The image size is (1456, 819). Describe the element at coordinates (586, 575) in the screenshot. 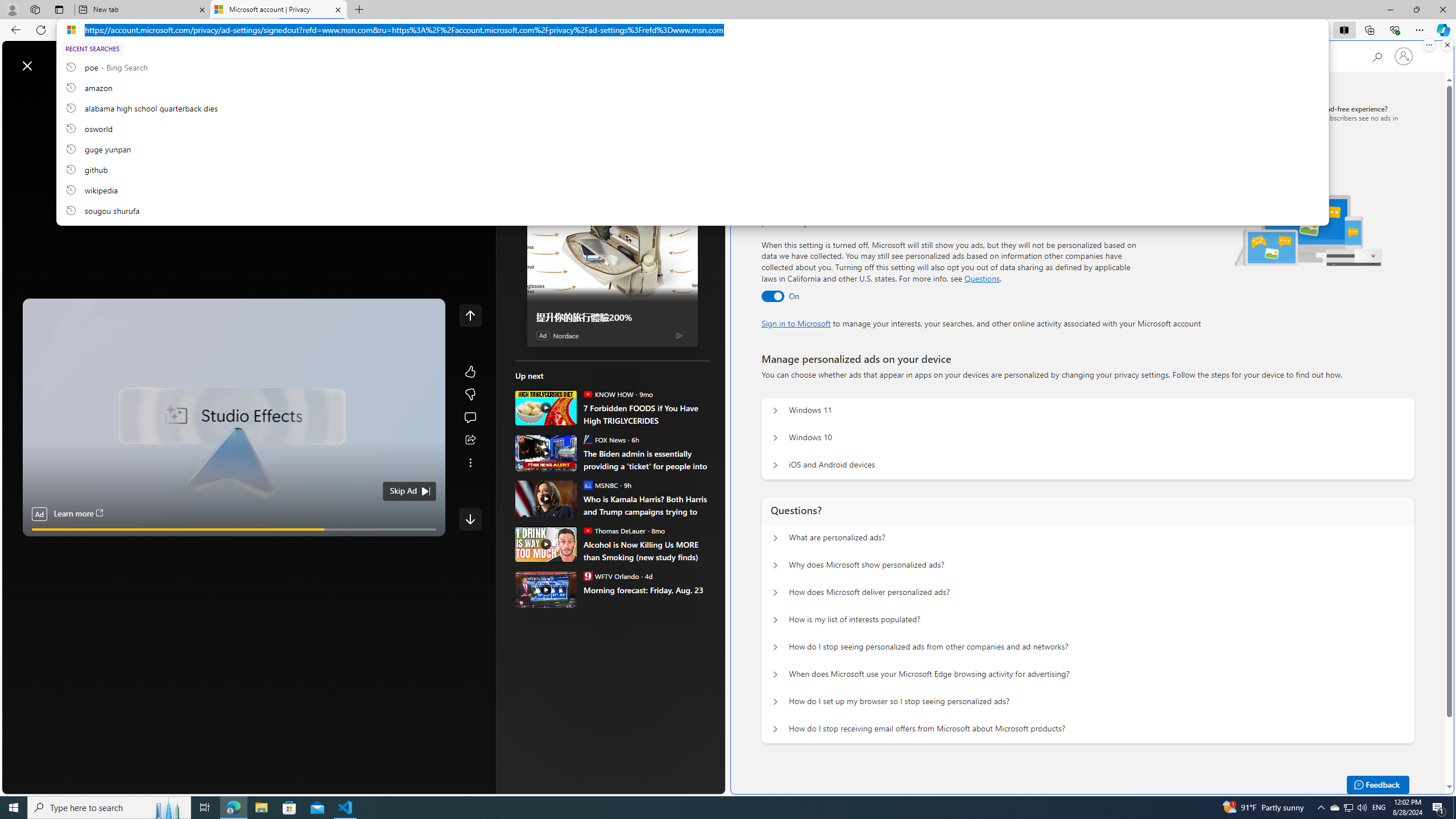

I see `'WFTV Orlando'` at that location.